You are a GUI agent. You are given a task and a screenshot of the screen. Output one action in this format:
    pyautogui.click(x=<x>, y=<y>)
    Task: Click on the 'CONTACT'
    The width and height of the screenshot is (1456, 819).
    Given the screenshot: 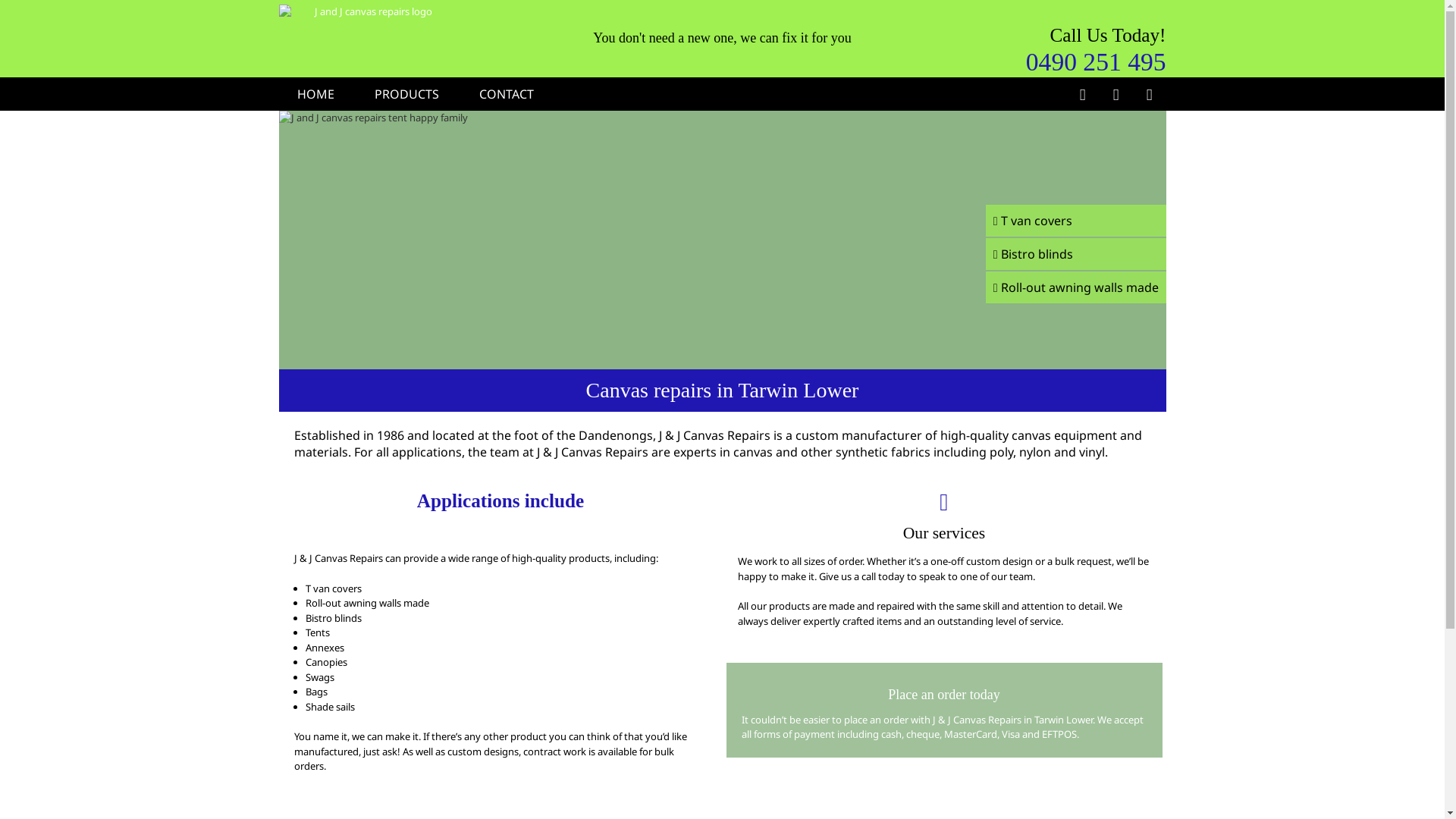 What is the action you would take?
    pyautogui.click(x=506, y=93)
    